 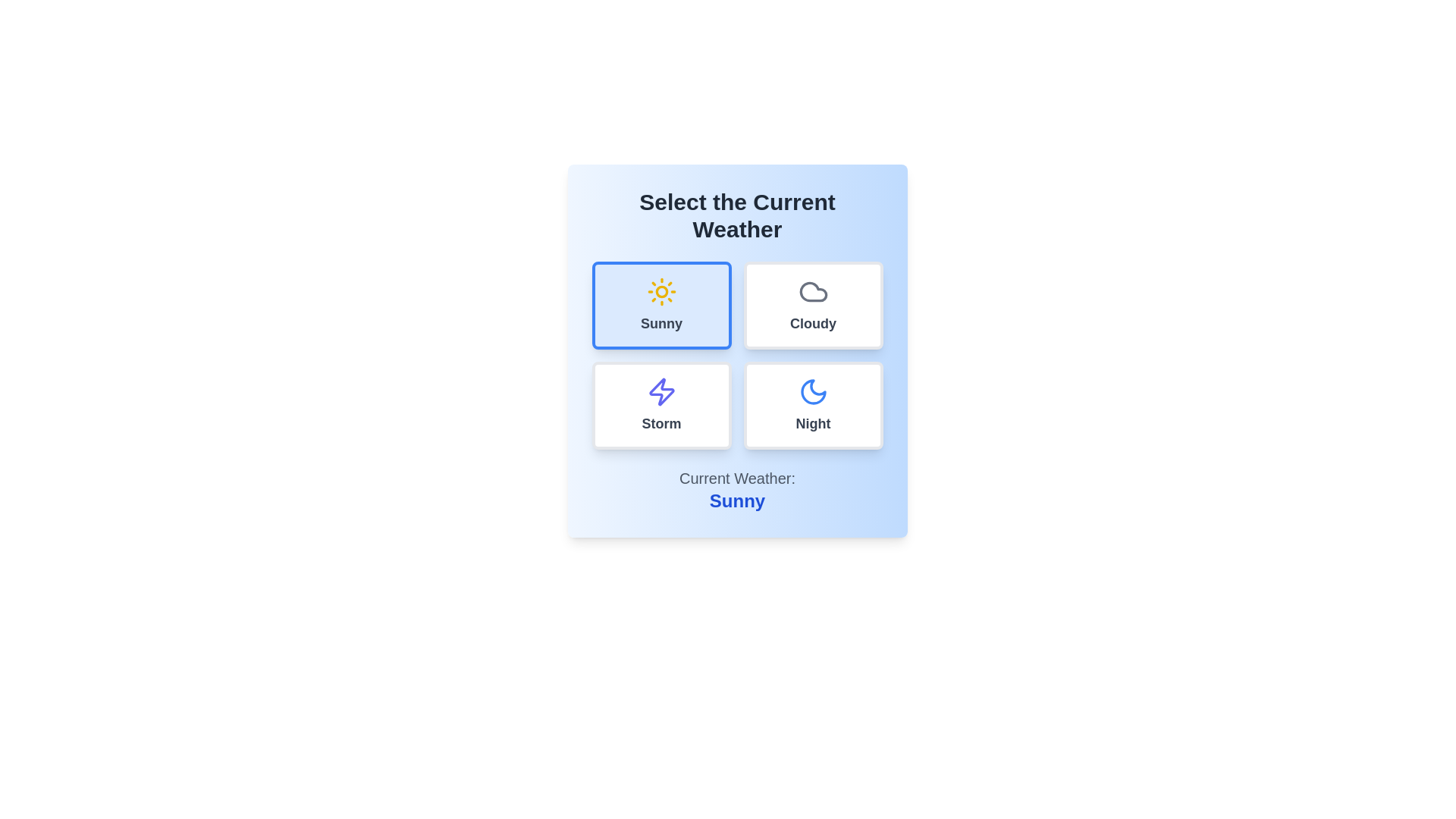 What do you see at coordinates (661, 305) in the screenshot?
I see `the weather option Sunny by clicking on the corresponding button` at bounding box center [661, 305].